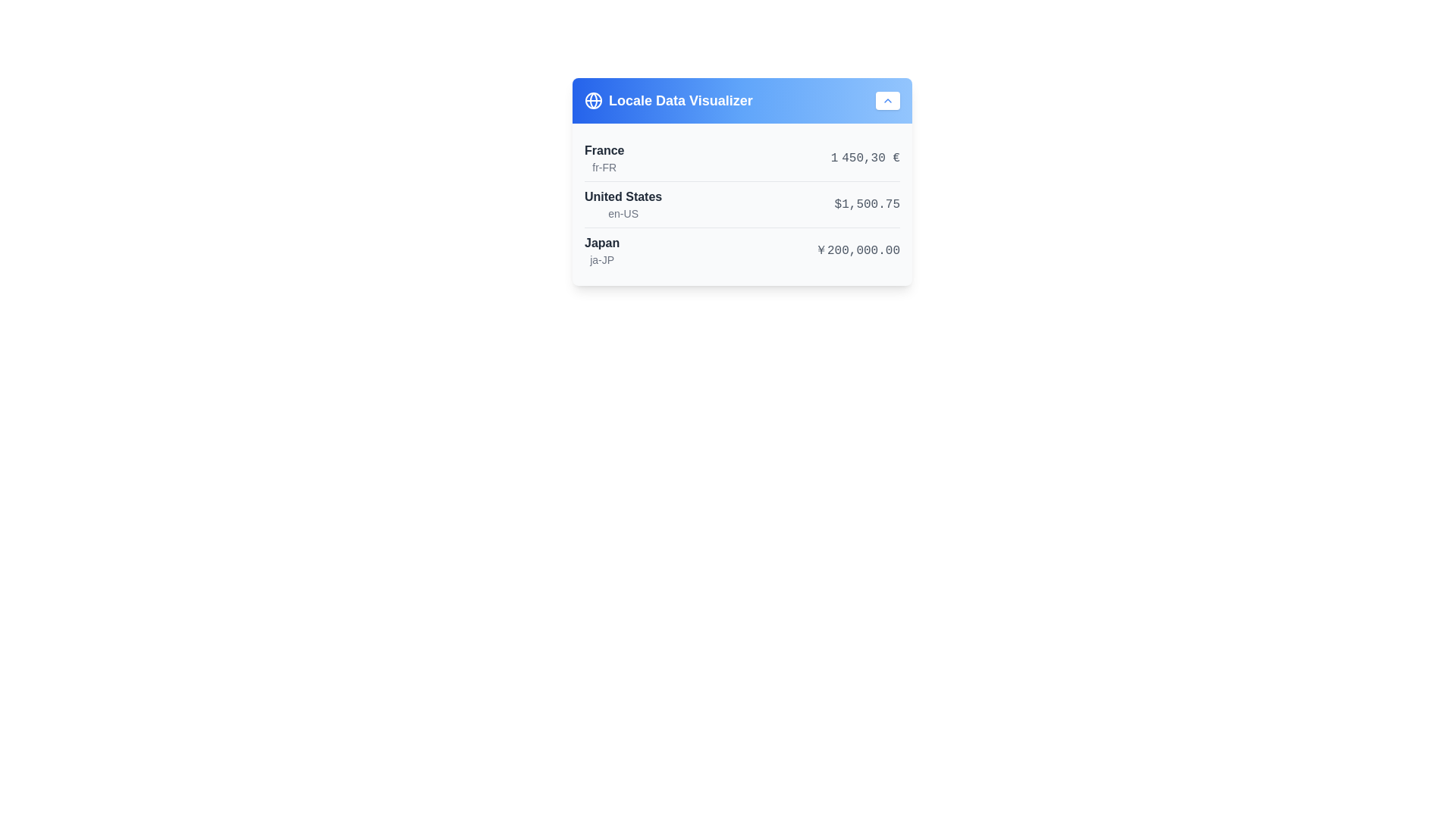 This screenshot has width=1456, height=819. What do you see at coordinates (888, 100) in the screenshot?
I see `the button with a white background and a blue upward arrow icon located in the top-right corner of the 'Locale Data Visualizer' section header` at bounding box center [888, 100].